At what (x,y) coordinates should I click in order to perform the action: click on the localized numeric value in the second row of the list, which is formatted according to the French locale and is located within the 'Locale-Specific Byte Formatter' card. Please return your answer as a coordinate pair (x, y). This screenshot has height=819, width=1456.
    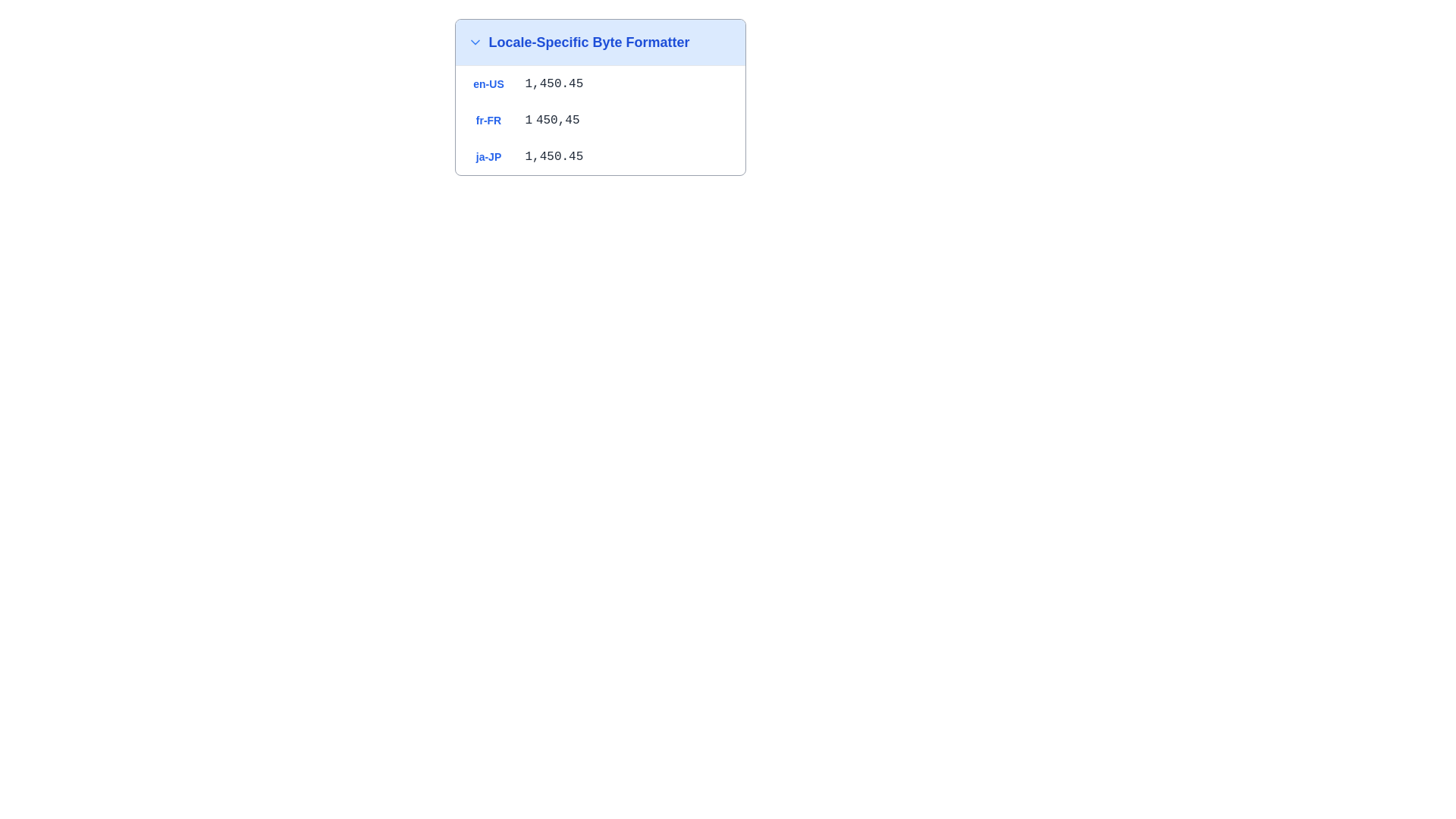
    Looking at the image, I should click on (599, 119).